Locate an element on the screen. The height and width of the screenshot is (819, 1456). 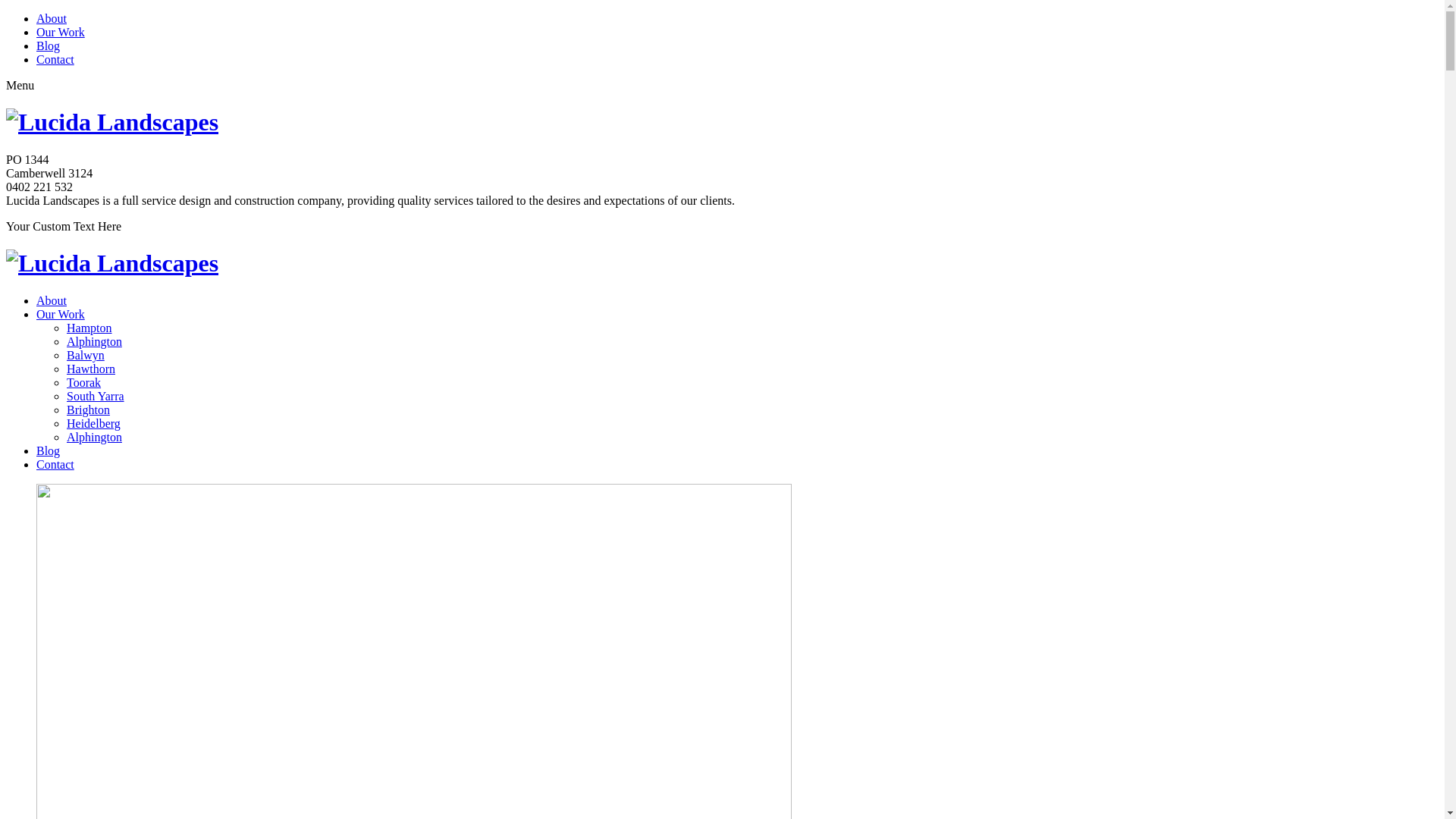
'Blog' is located at coordinates (48, 450).